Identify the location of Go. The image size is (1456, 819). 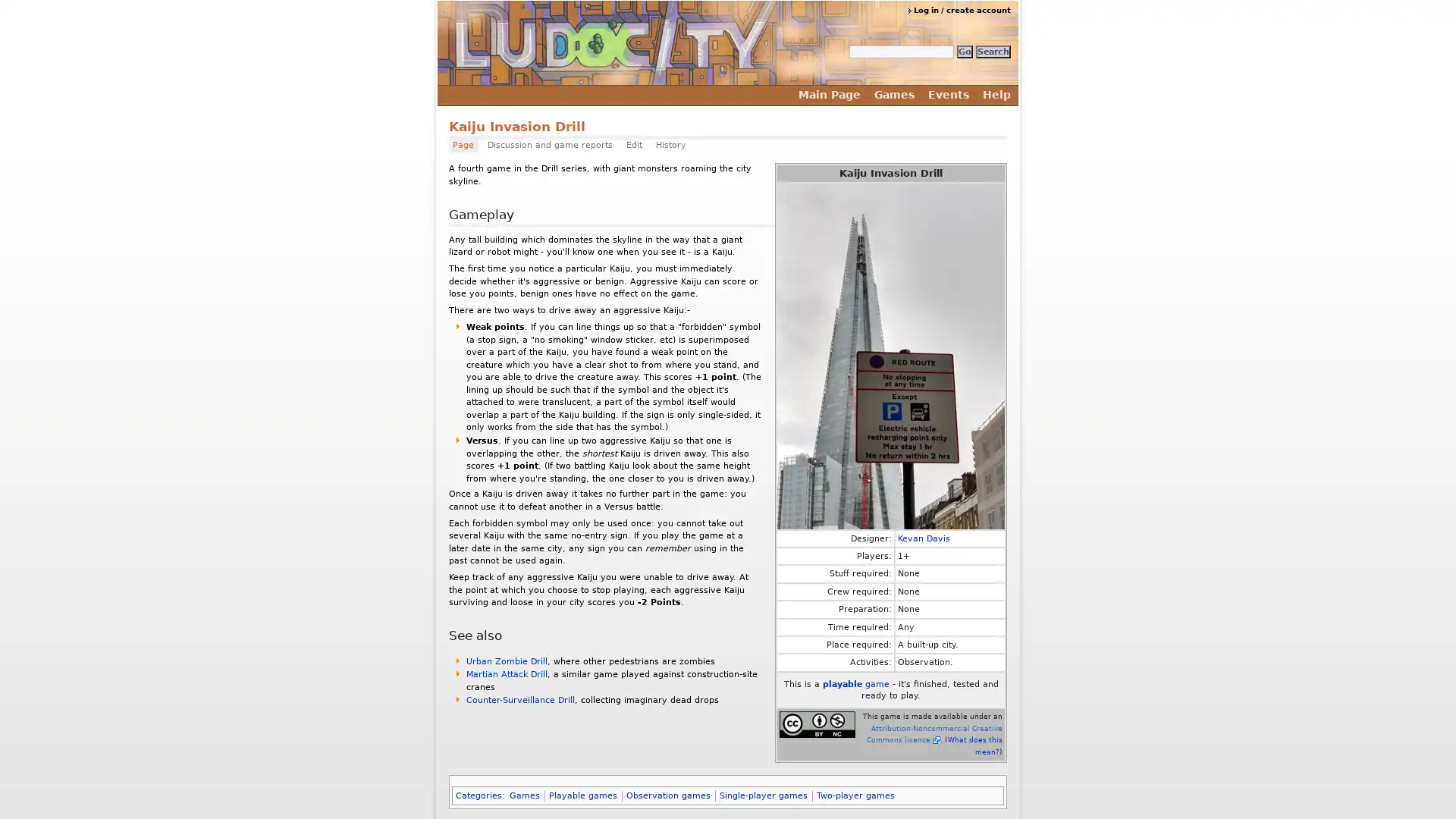
(964, 51).